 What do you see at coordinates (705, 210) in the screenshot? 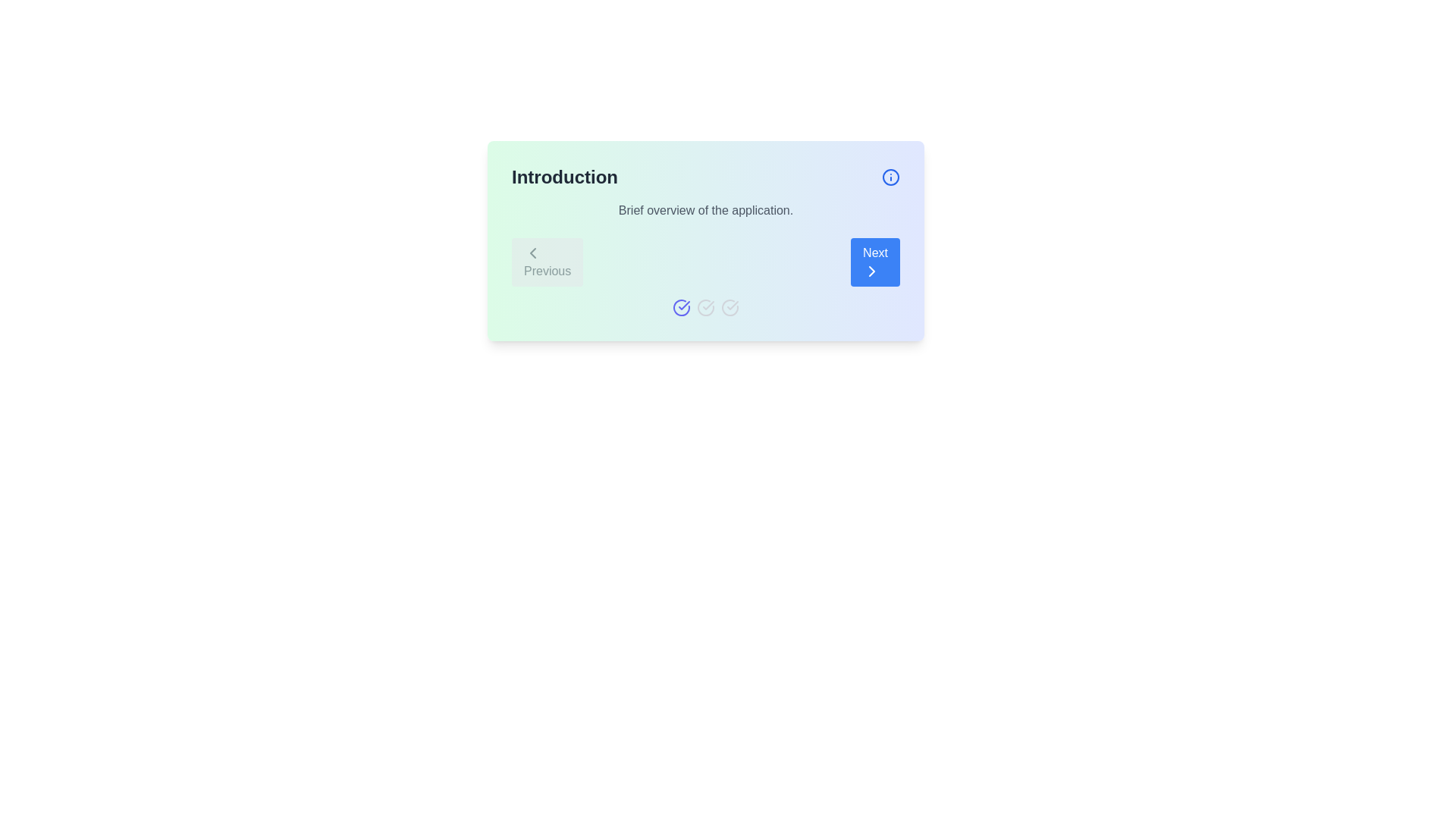
I see `informational static text located beneath the 'Introduction' heading and above the navigation buttons labeled 'Previous' and 'Next'` at bounding box center [705, 210].